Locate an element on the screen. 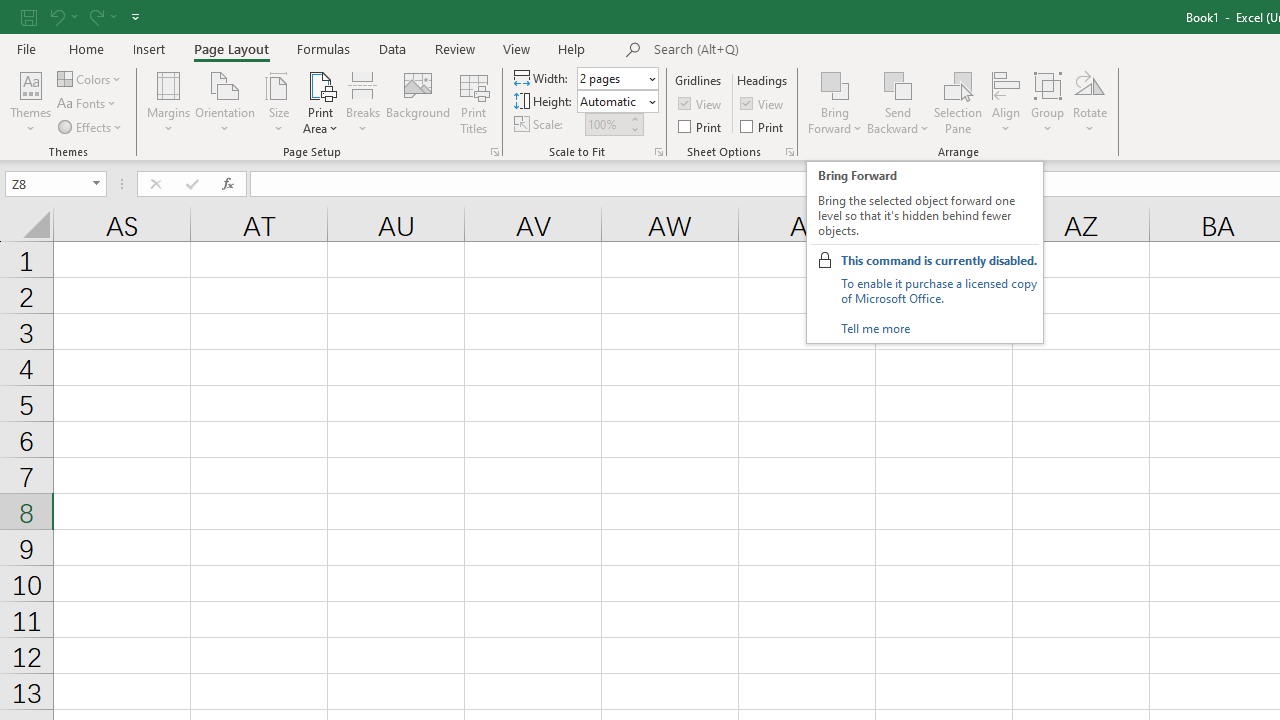  'Margins' is located at coordinates (168, 103).